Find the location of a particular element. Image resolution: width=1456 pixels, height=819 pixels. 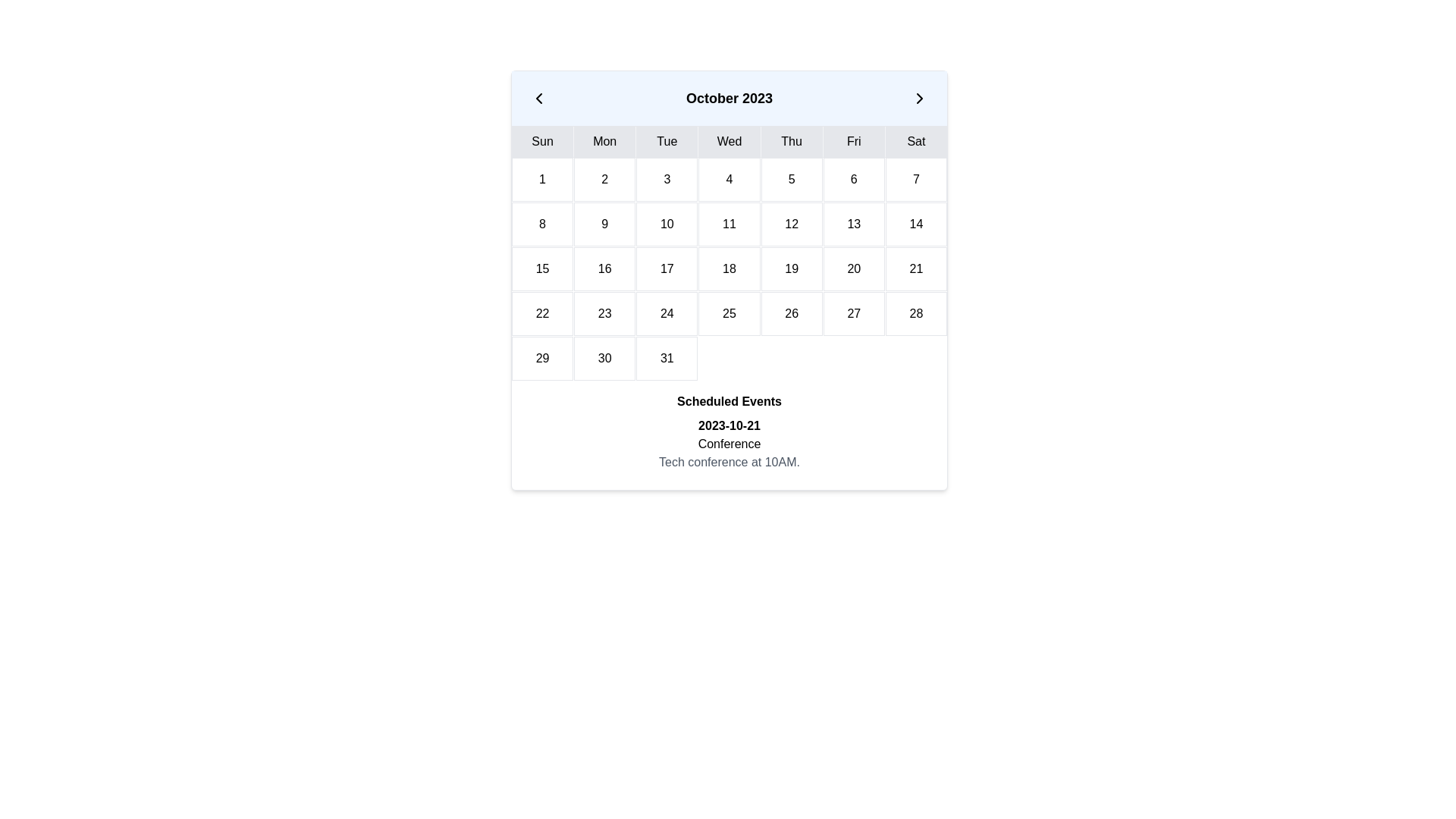

the text label representing 'Saturday' in the top row of the calendar interface is located at coordinates (915, 141).